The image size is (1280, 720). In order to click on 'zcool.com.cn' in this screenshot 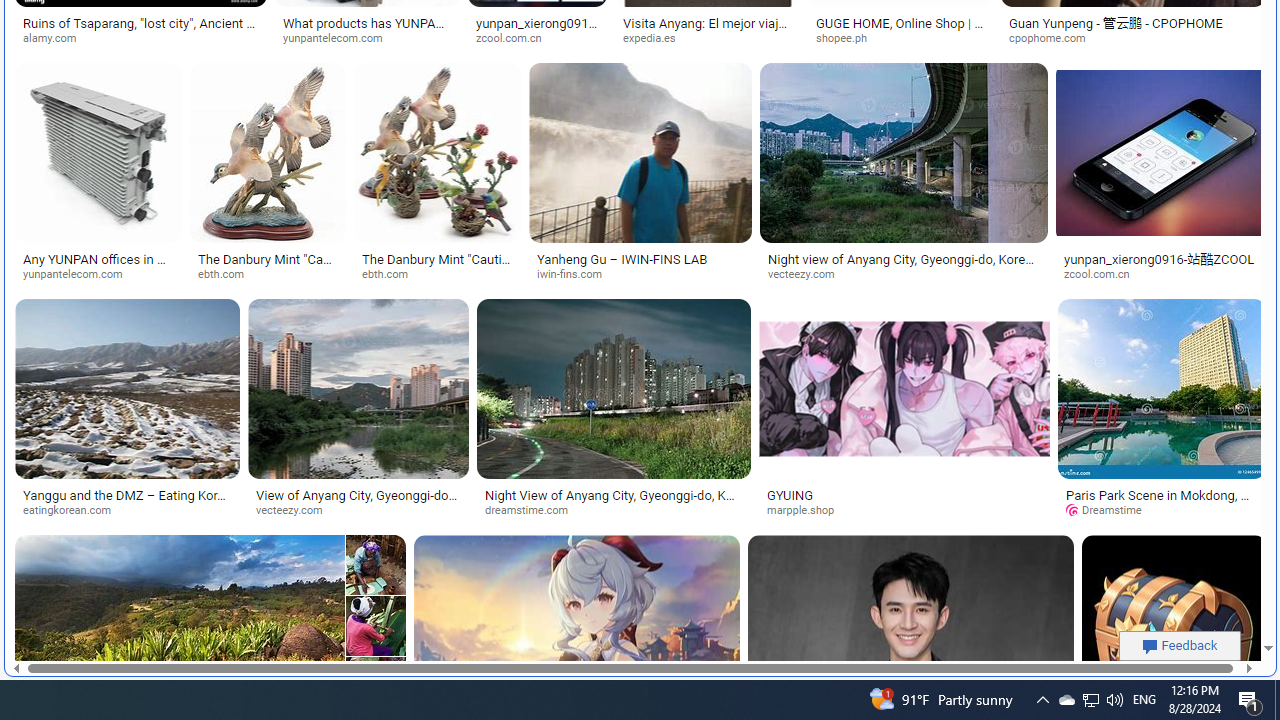, I will do `click(1103, 274)`.